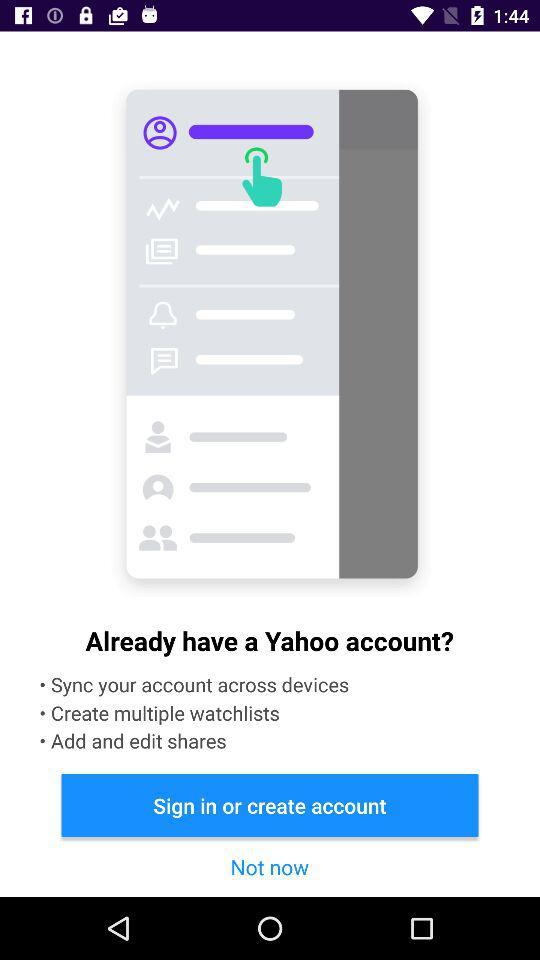 The height and width of the screenshot is (960, 540). Describe the element at coordinates (270, 805) in the screenshot. I see `item above not now icon` at that location.